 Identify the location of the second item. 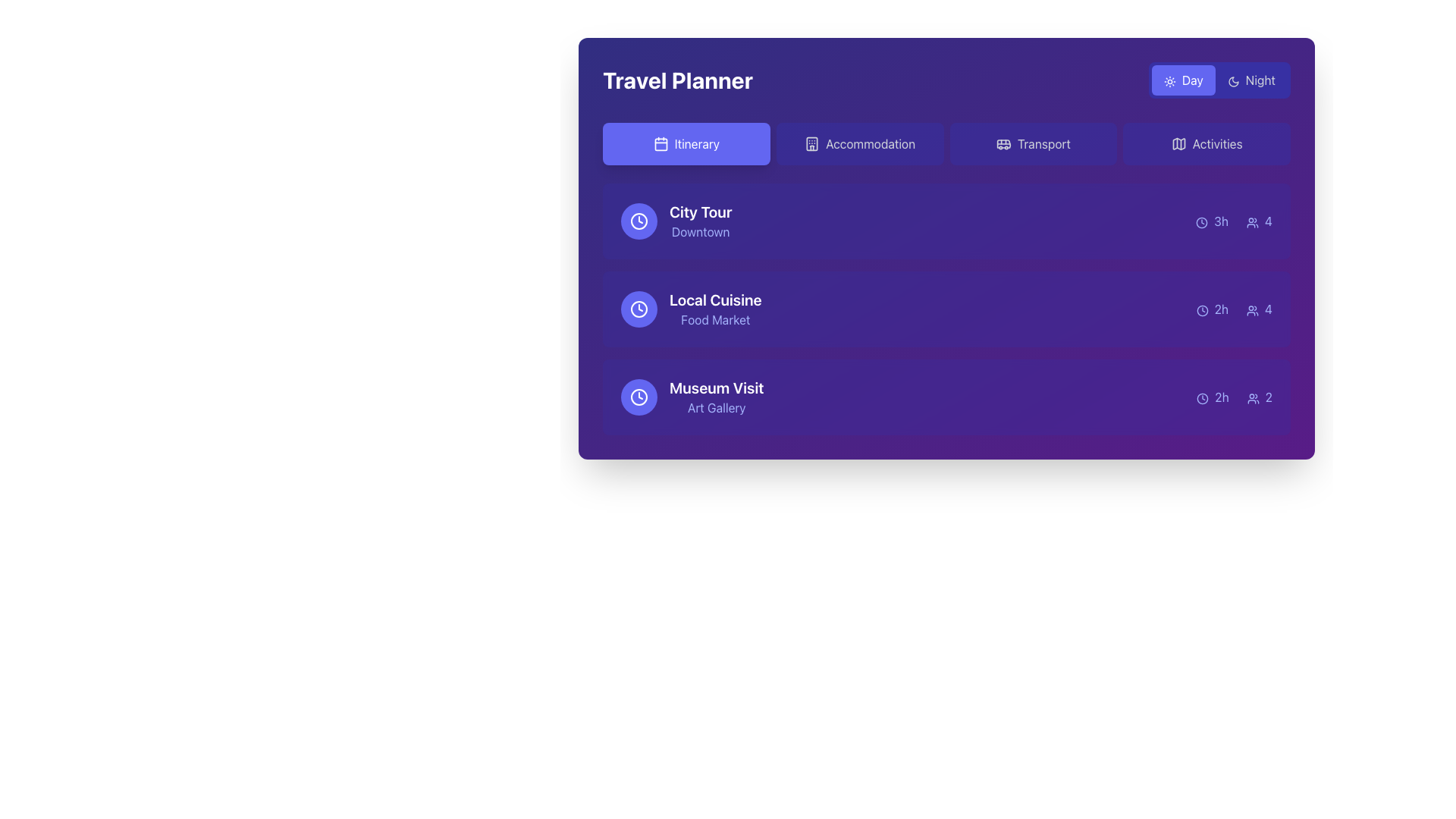
(946, 309).